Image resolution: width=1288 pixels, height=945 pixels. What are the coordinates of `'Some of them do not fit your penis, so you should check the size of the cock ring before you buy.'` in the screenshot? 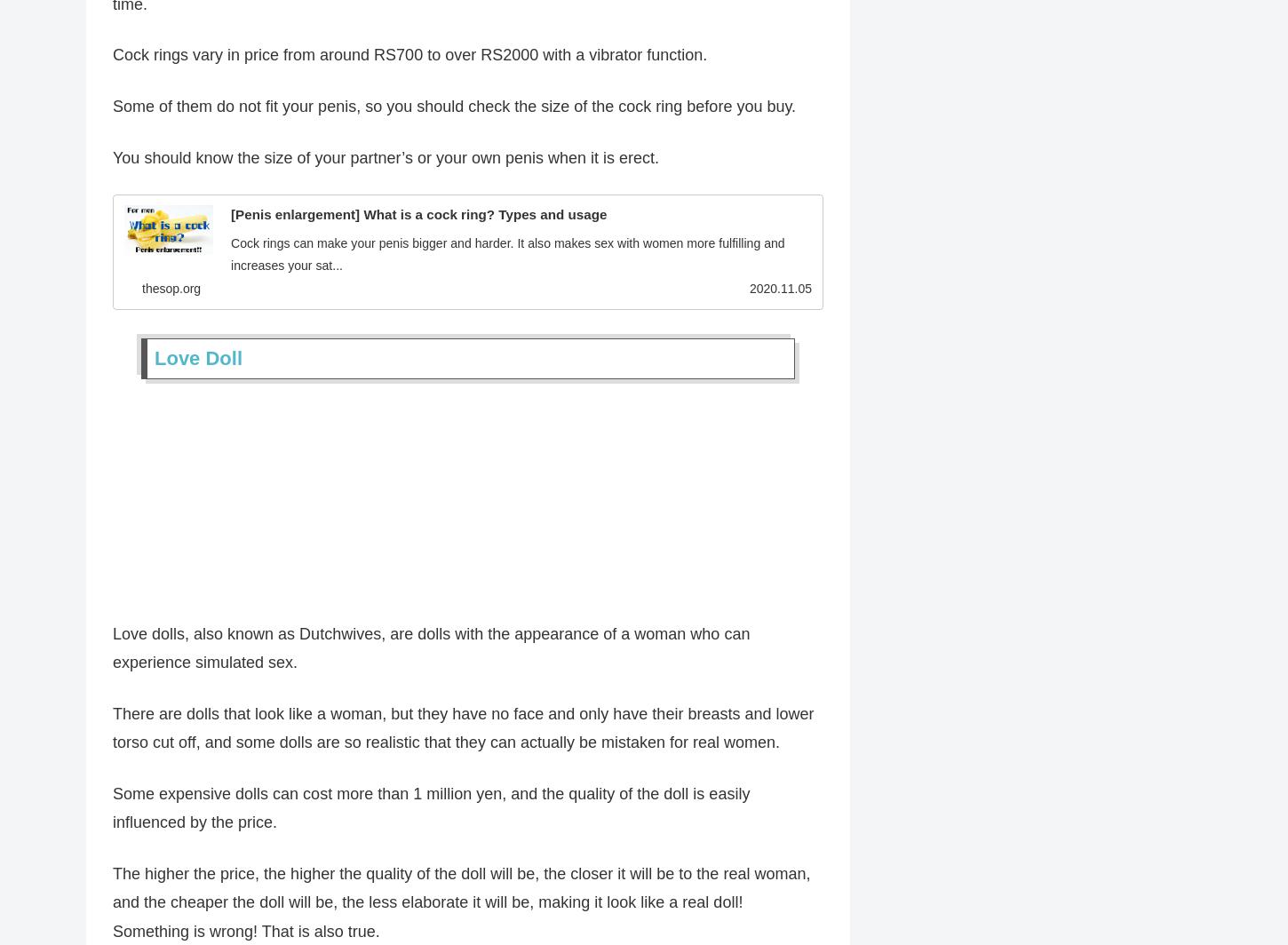 It's located at (454, 108).